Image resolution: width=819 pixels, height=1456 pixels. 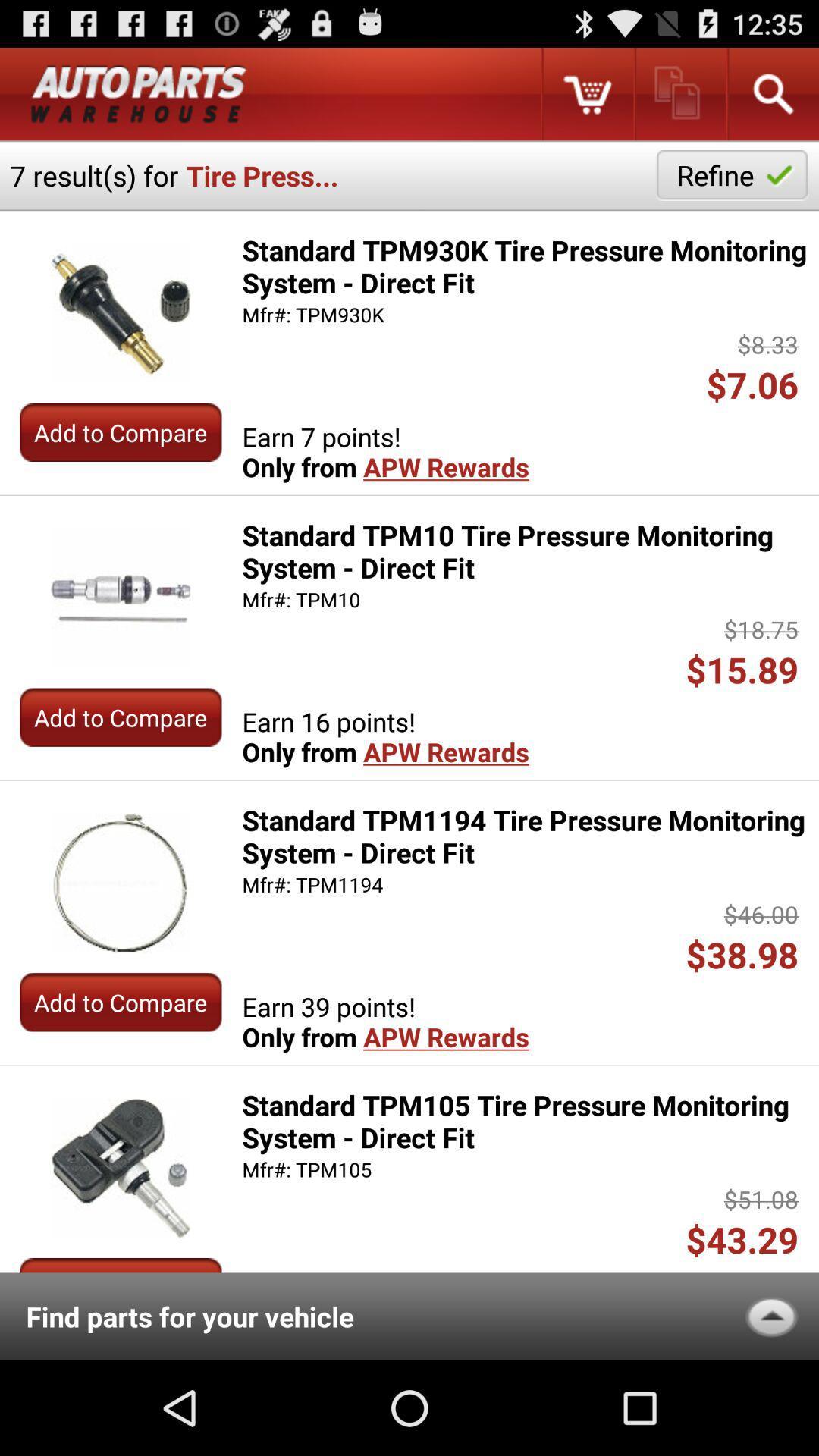 I want to click on the copy icon, so click(x=679, y=99).